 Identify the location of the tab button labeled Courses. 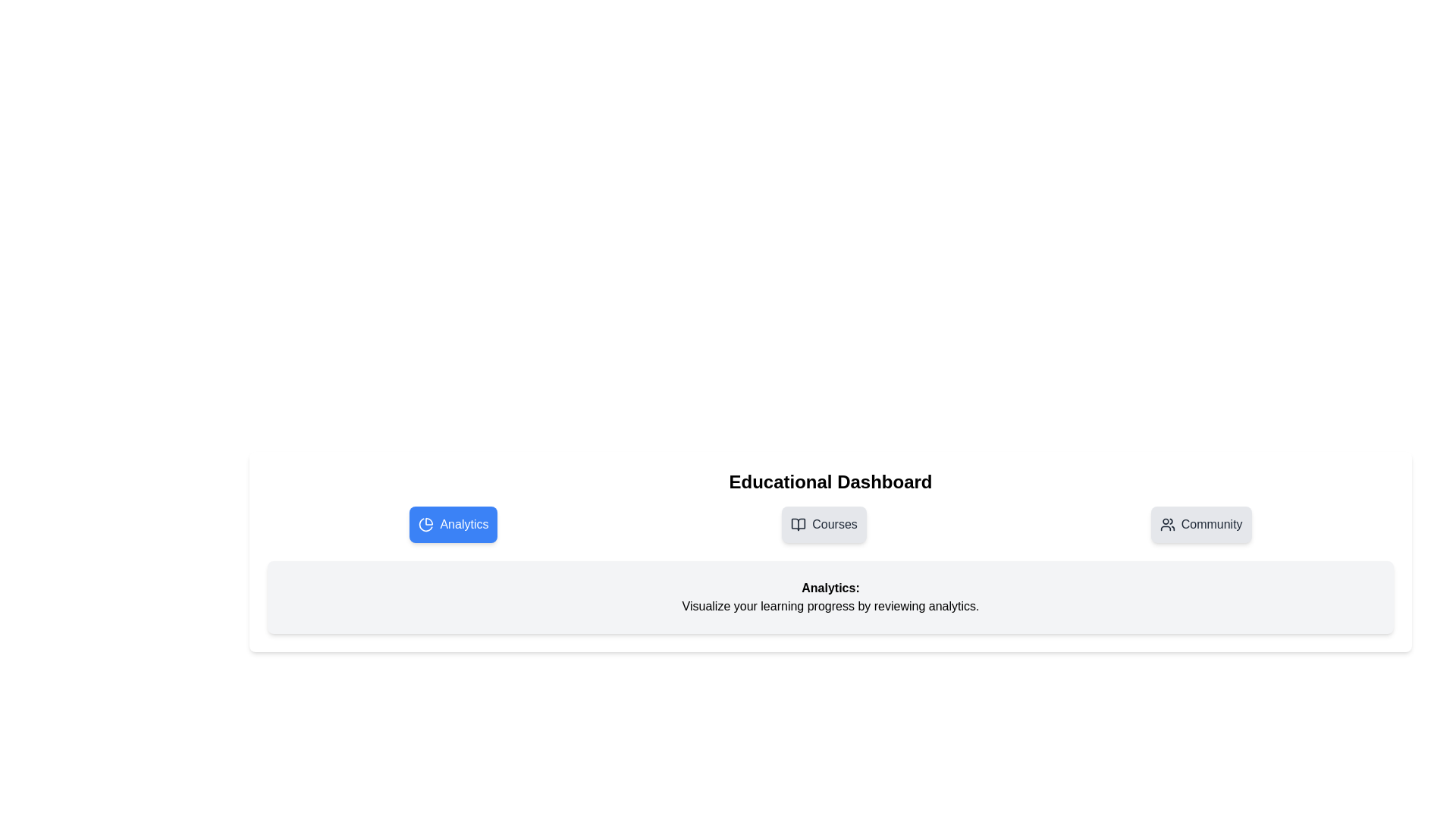
(824, 523).